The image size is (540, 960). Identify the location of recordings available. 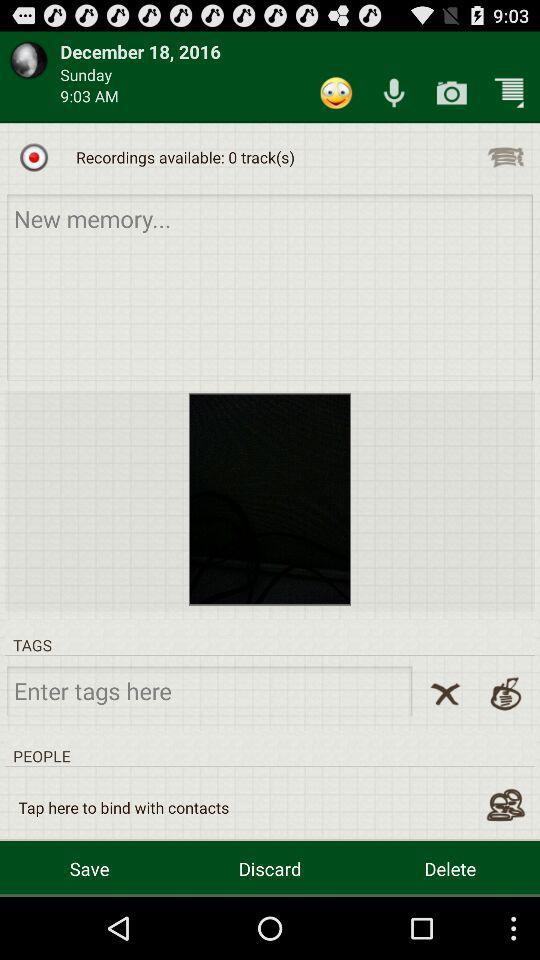
(33, 156).